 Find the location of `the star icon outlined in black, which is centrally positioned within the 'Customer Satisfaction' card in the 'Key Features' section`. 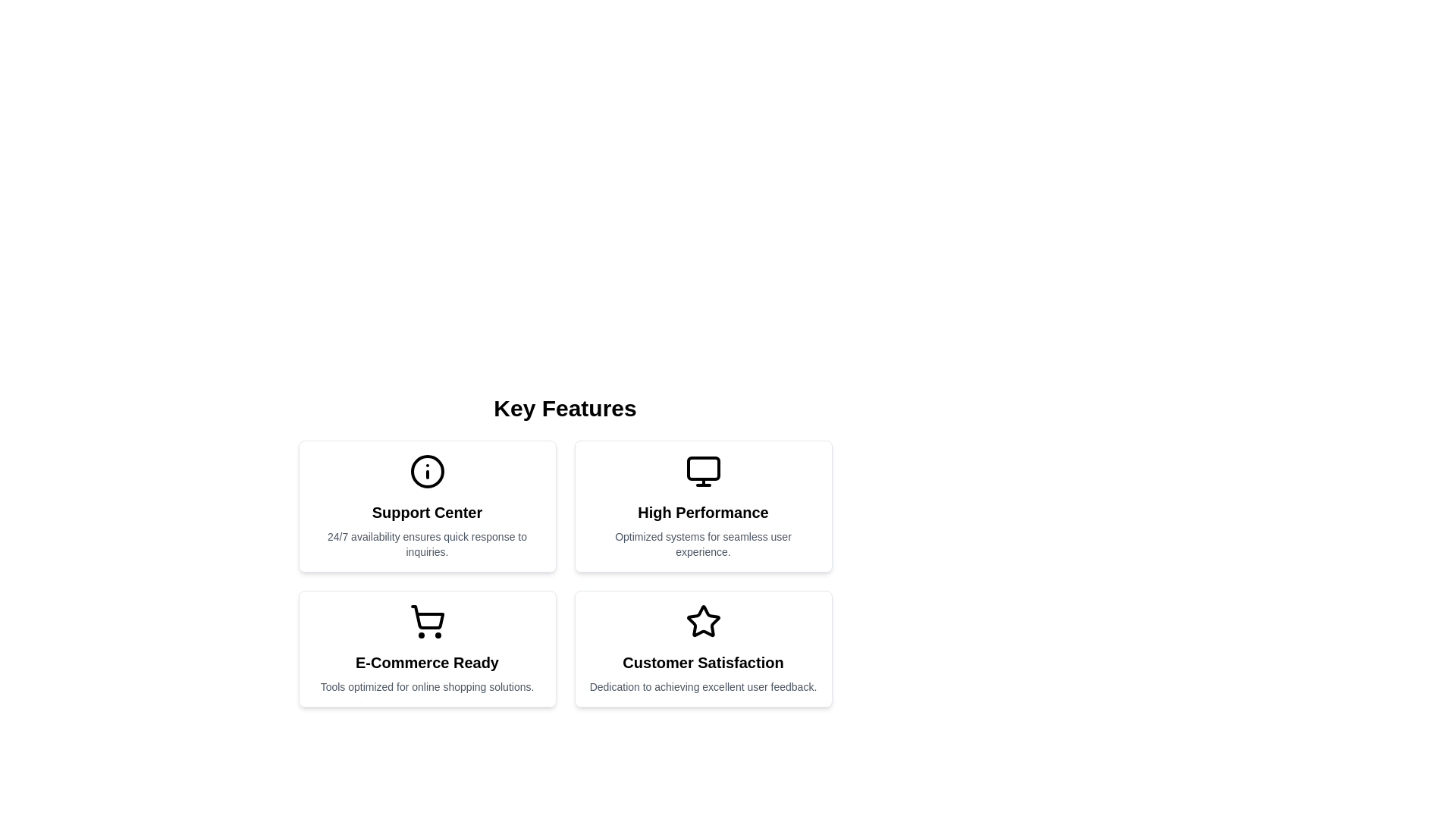

the star icon outlined in black, which is centrally positioned within the 'Customer Satisfaction' card in the 'Key Features' section is located at coordinates (702, 622).